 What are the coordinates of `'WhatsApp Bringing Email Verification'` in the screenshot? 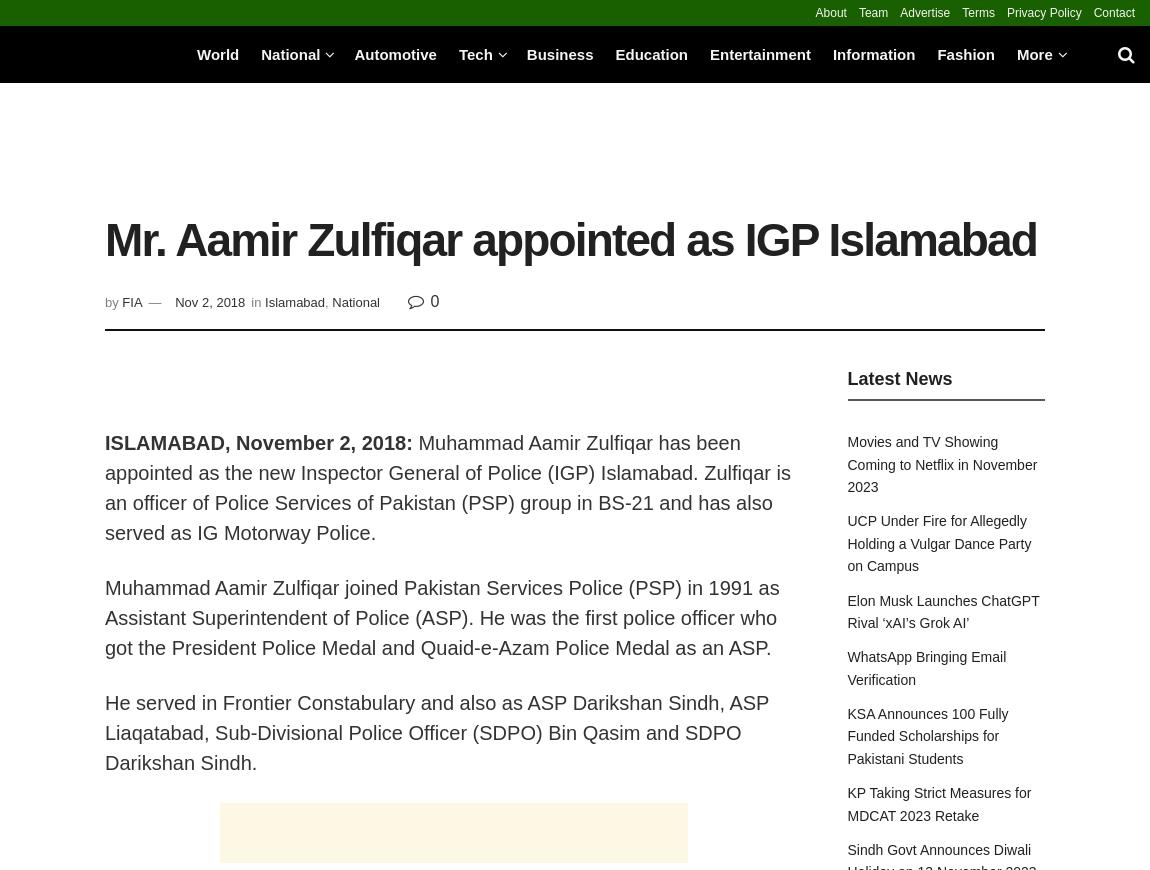 It's located at (926, 667).